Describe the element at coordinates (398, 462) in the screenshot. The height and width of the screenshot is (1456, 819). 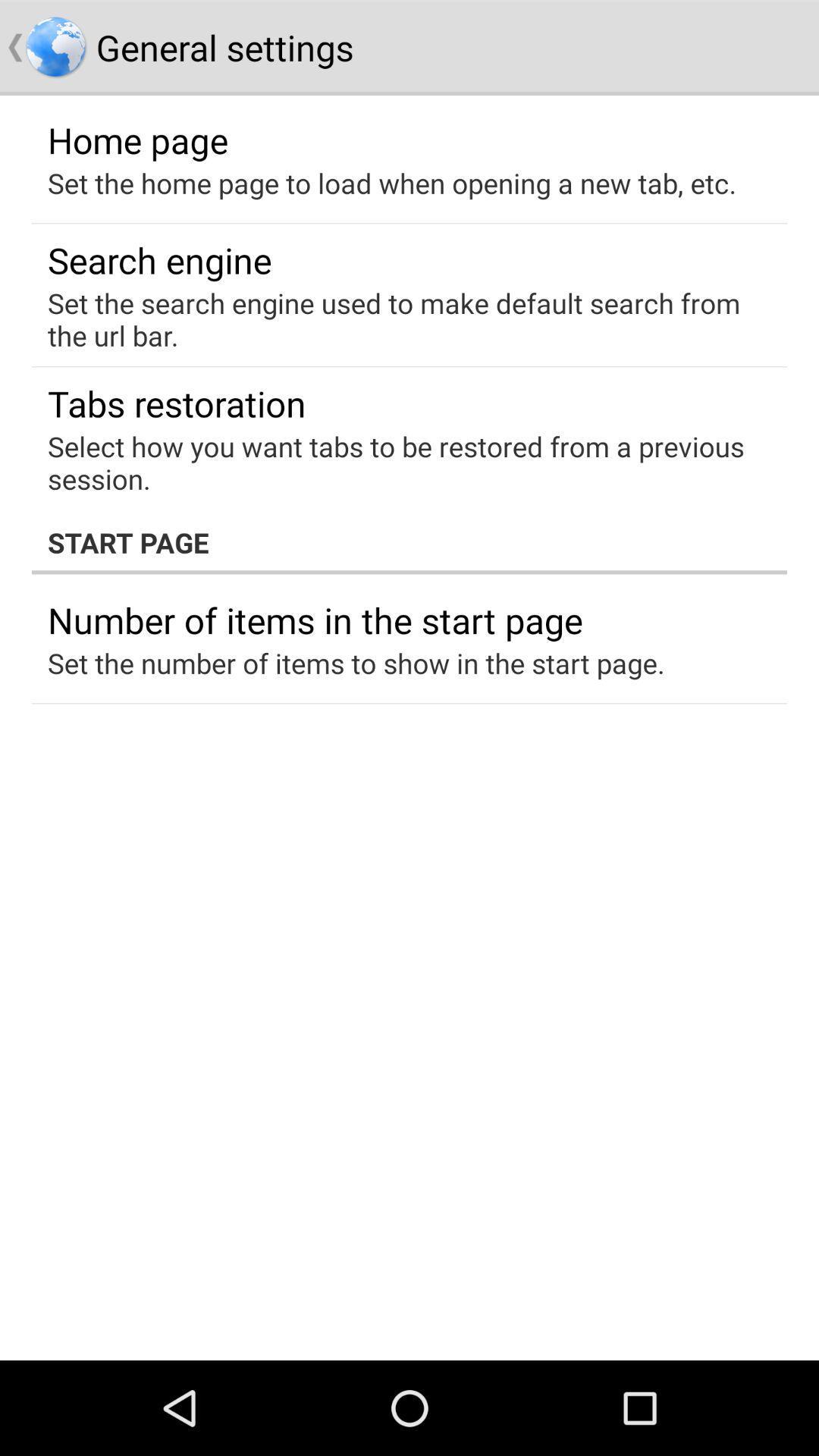
I see `item above start page item` at that location.